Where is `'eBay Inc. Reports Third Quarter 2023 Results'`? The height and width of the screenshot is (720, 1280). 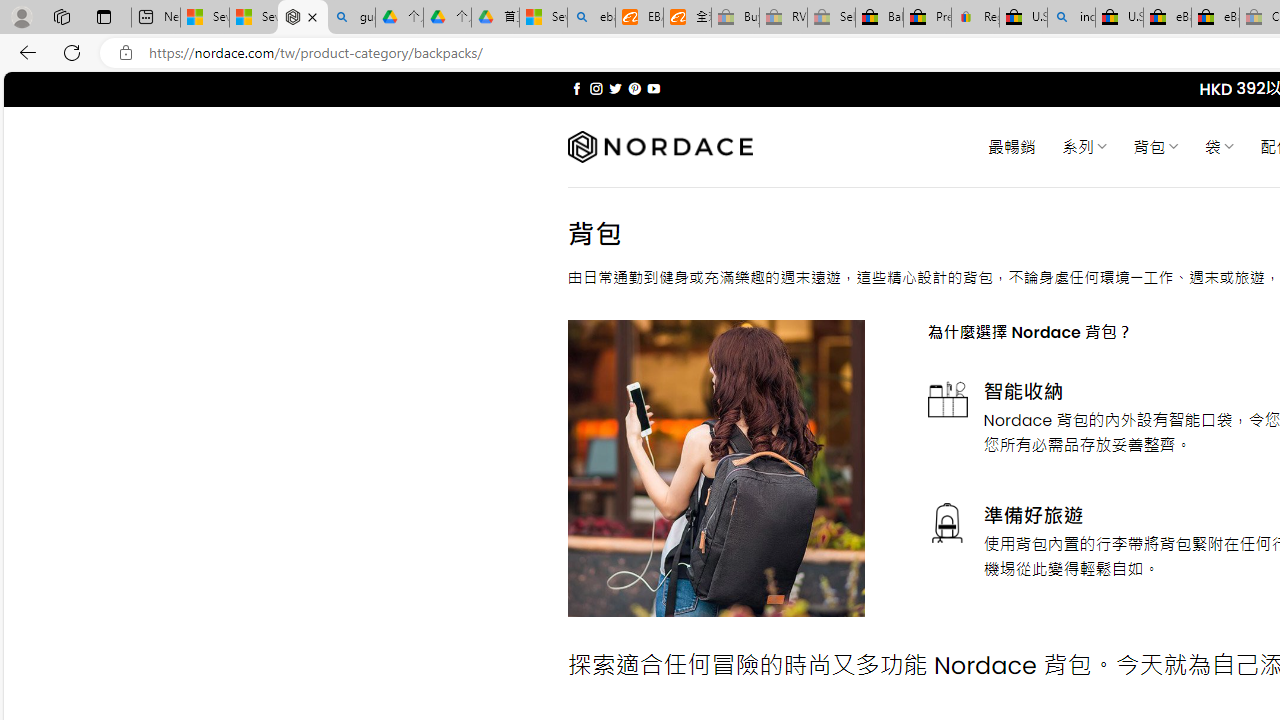 'eBay Inc. Reports Third Quarter 2023 Results' is located at coordinates (1214, 17).